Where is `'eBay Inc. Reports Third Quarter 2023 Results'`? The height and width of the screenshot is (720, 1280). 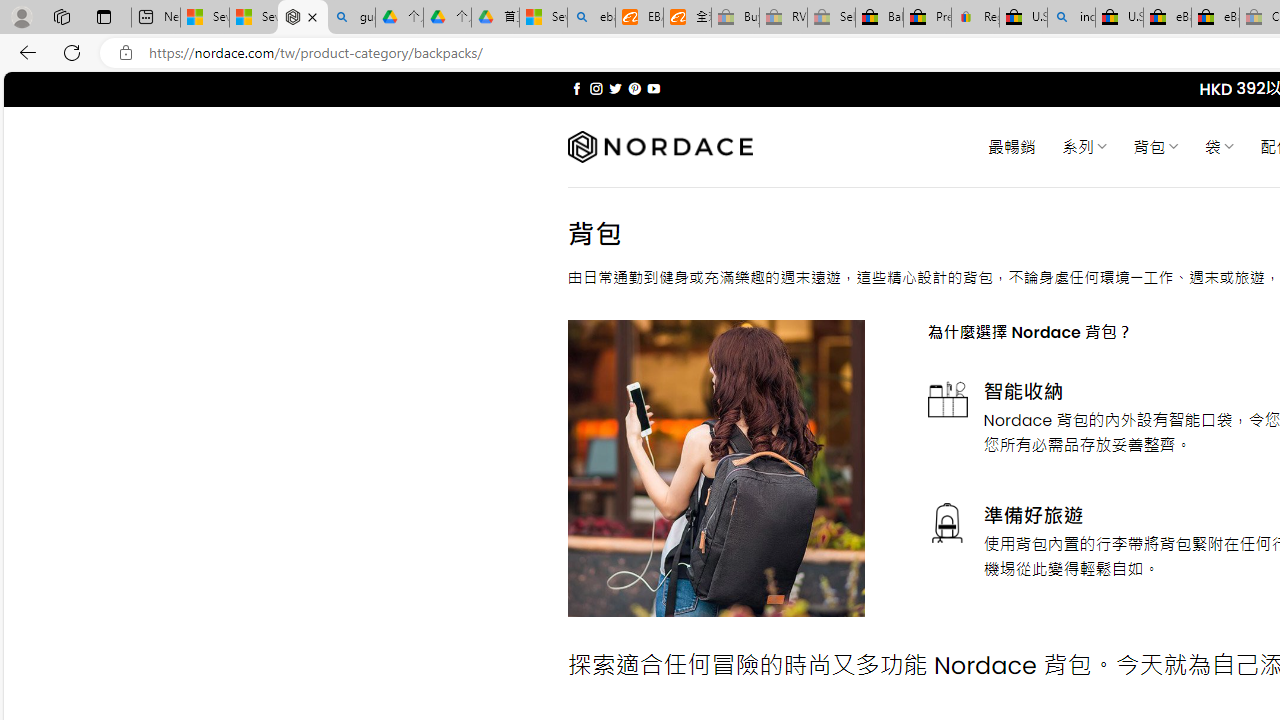 'eBay Inc. Reports Third Quarter 2023 Results' is located at coordinates (1214, 17).